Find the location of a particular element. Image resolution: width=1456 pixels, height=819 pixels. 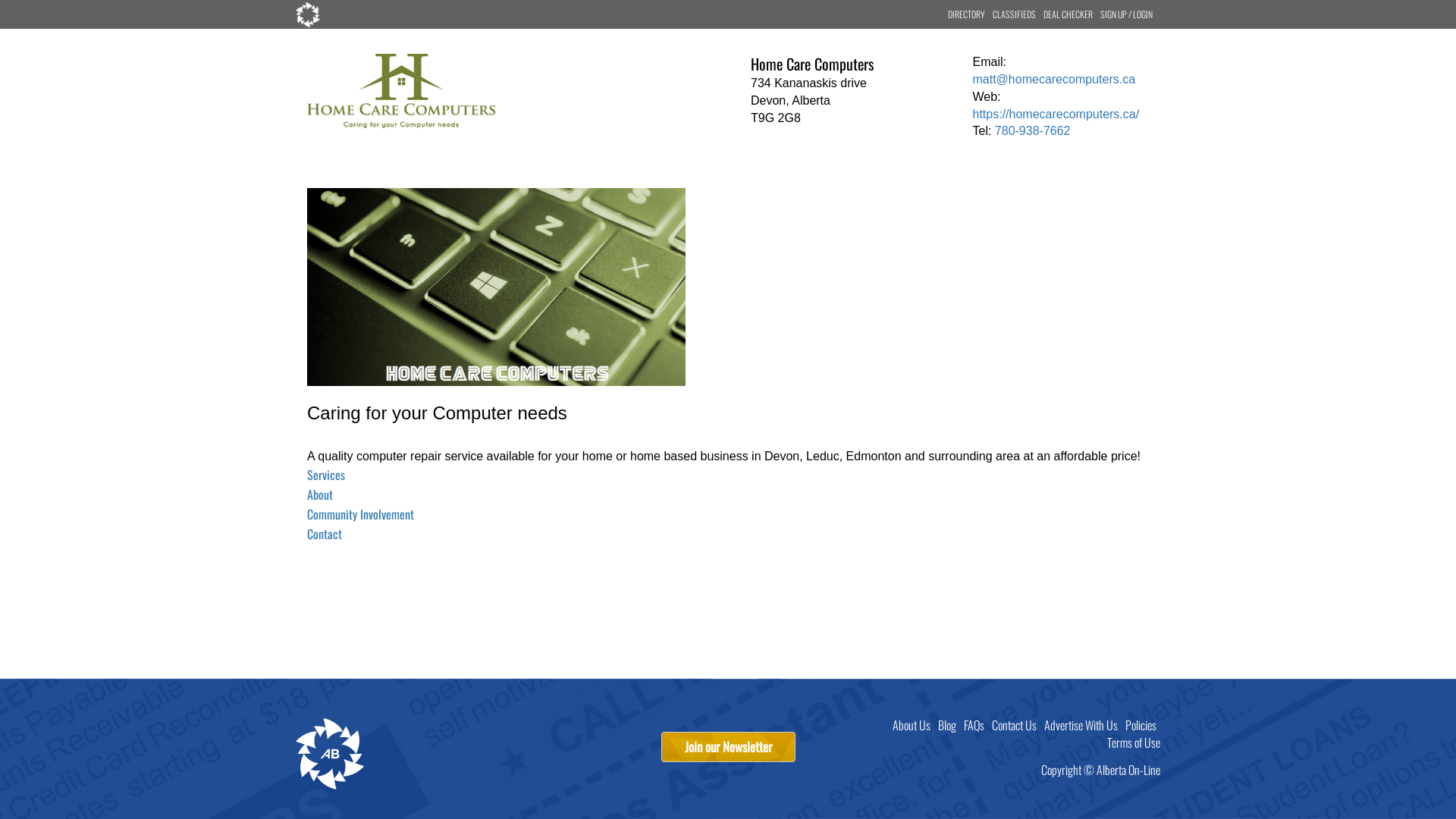

'DEAL CHECKER' is located at coordinates (1043, 14).